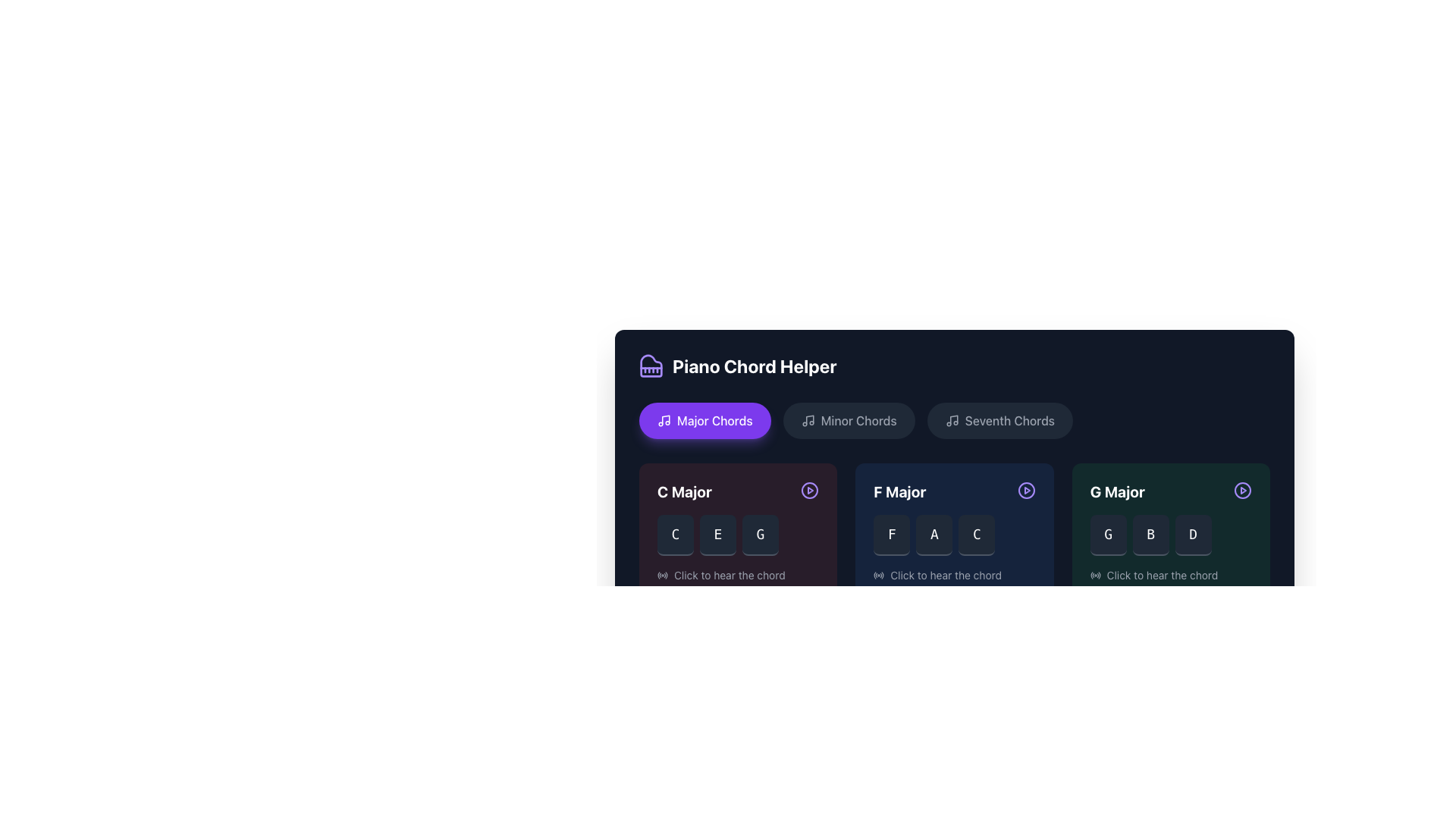 Image resolution: width=1456 pixels, height=819 pixels. I want to click on the 'F' note button in the 'F Major' chord group, so click(892, 534).